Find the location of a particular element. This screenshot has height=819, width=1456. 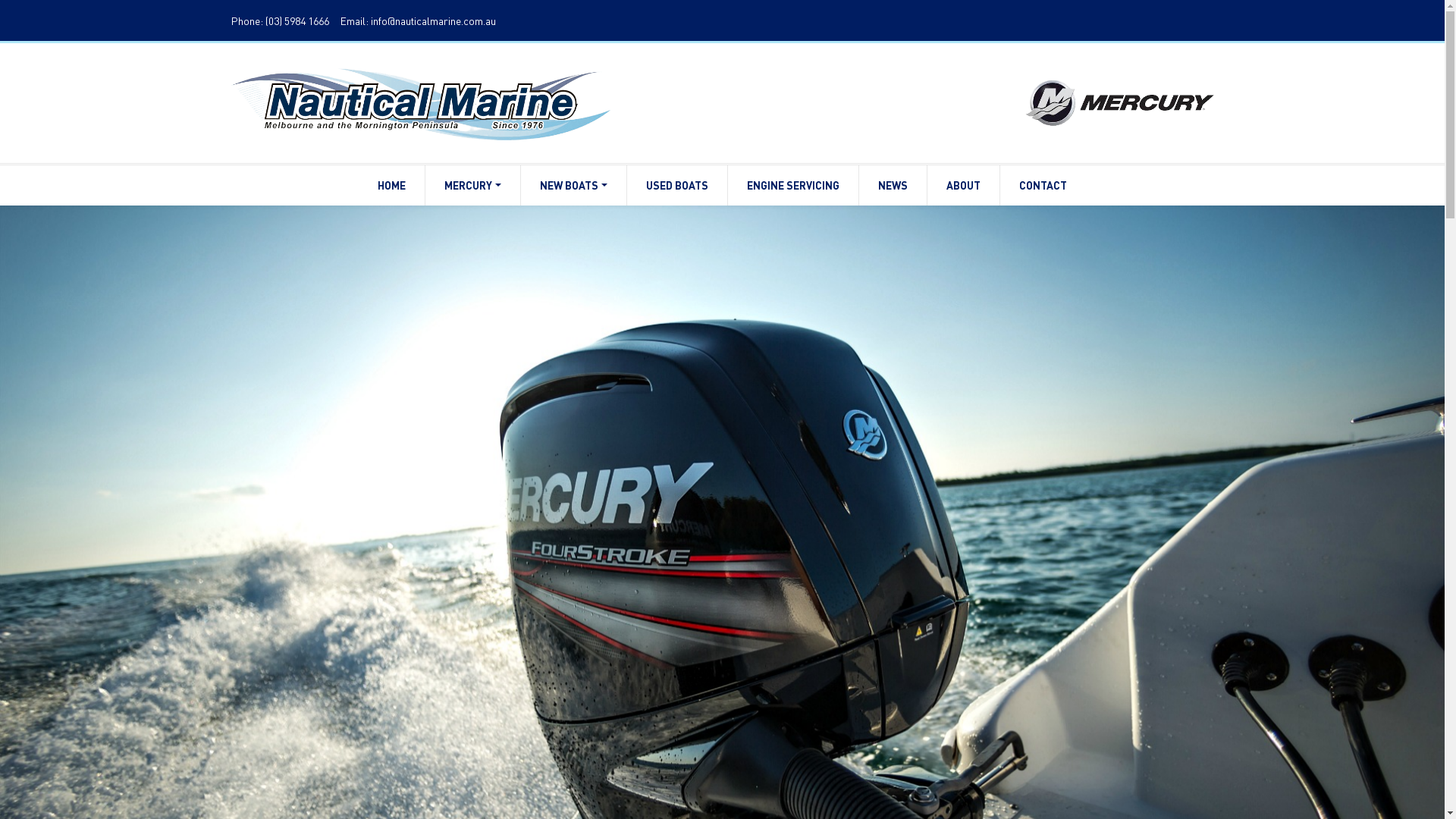

'USED BOATS' is located at coordinates (676, 184).